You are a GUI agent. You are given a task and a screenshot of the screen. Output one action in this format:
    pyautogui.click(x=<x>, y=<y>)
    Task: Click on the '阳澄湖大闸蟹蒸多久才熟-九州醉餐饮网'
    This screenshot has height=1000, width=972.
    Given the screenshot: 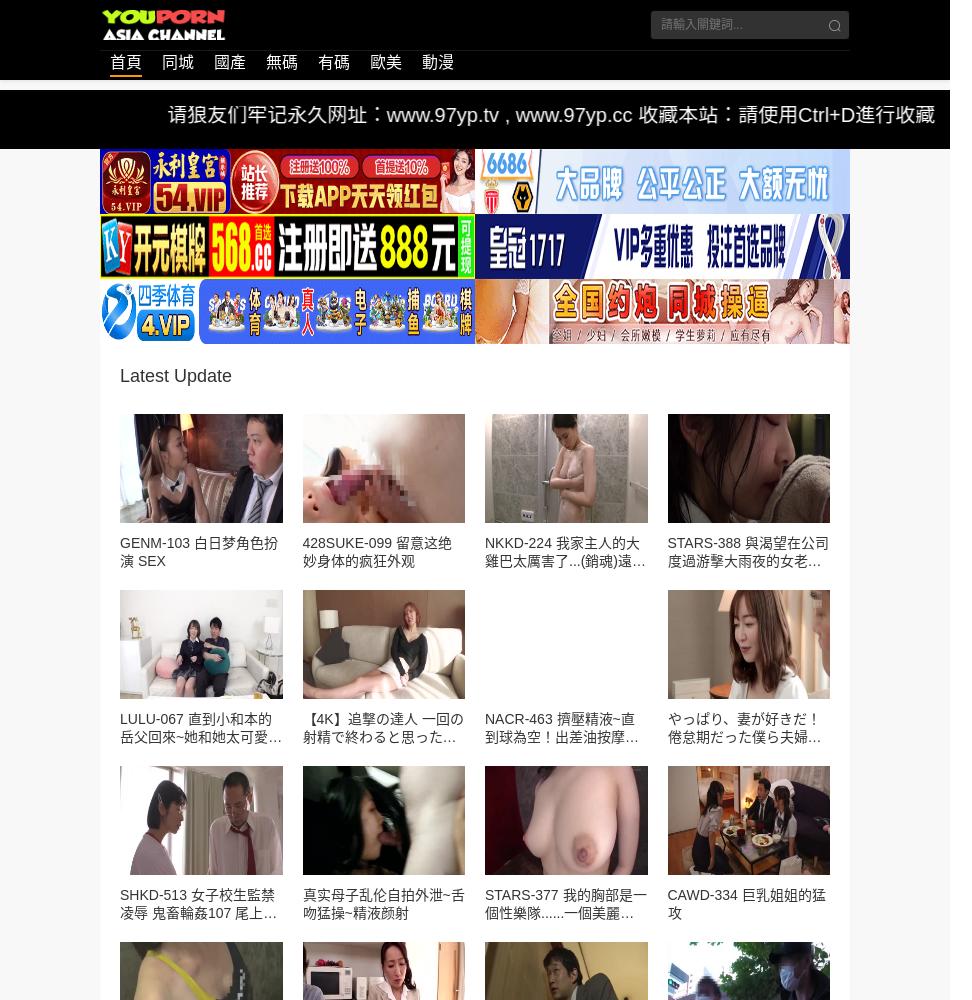 What is the action you would take?
    pyautogui.click(x=139, y=835)
    